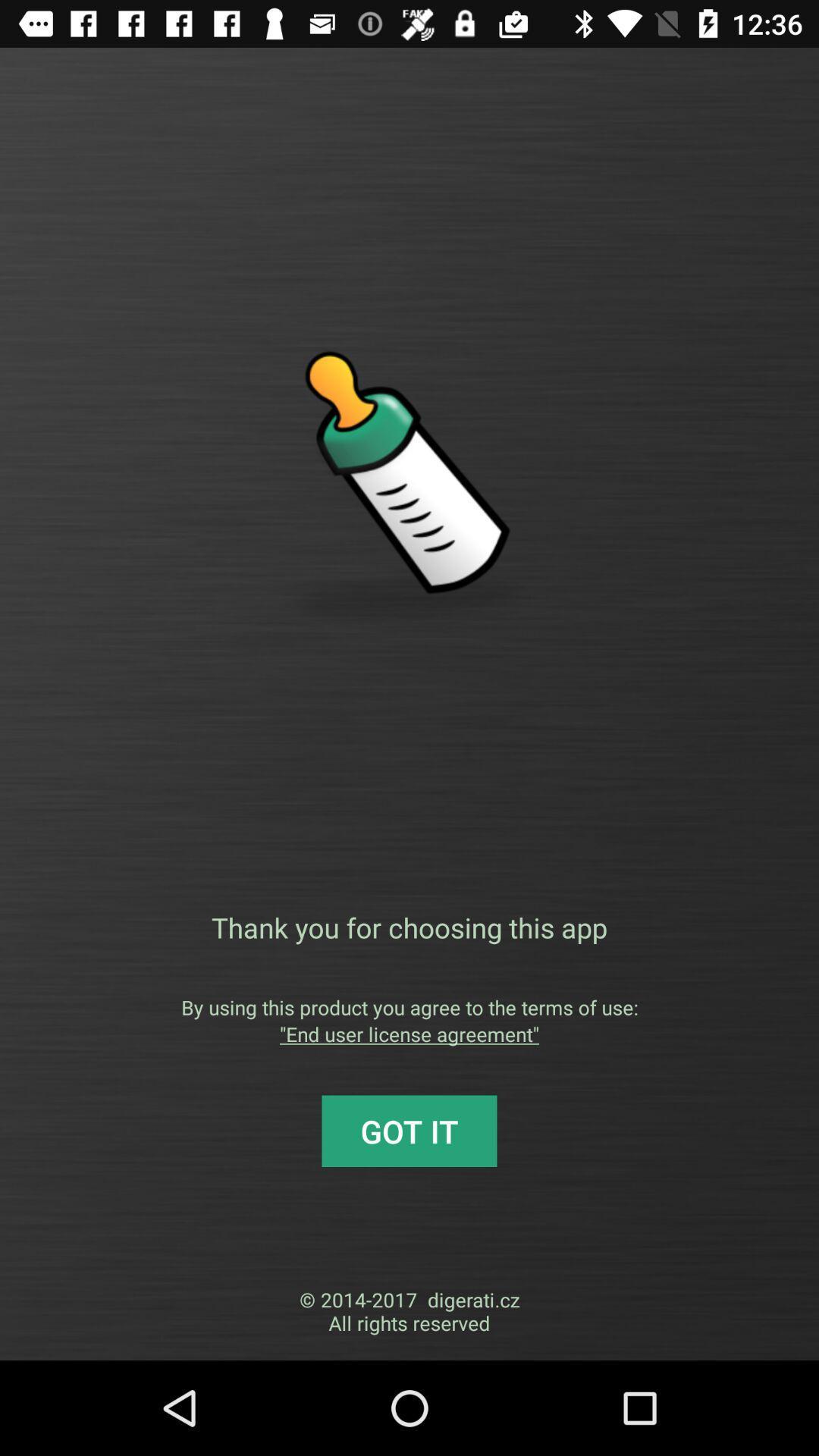 This screenshot has height=1456, width=819. I want to click on the got it item, so click(409, 1131).